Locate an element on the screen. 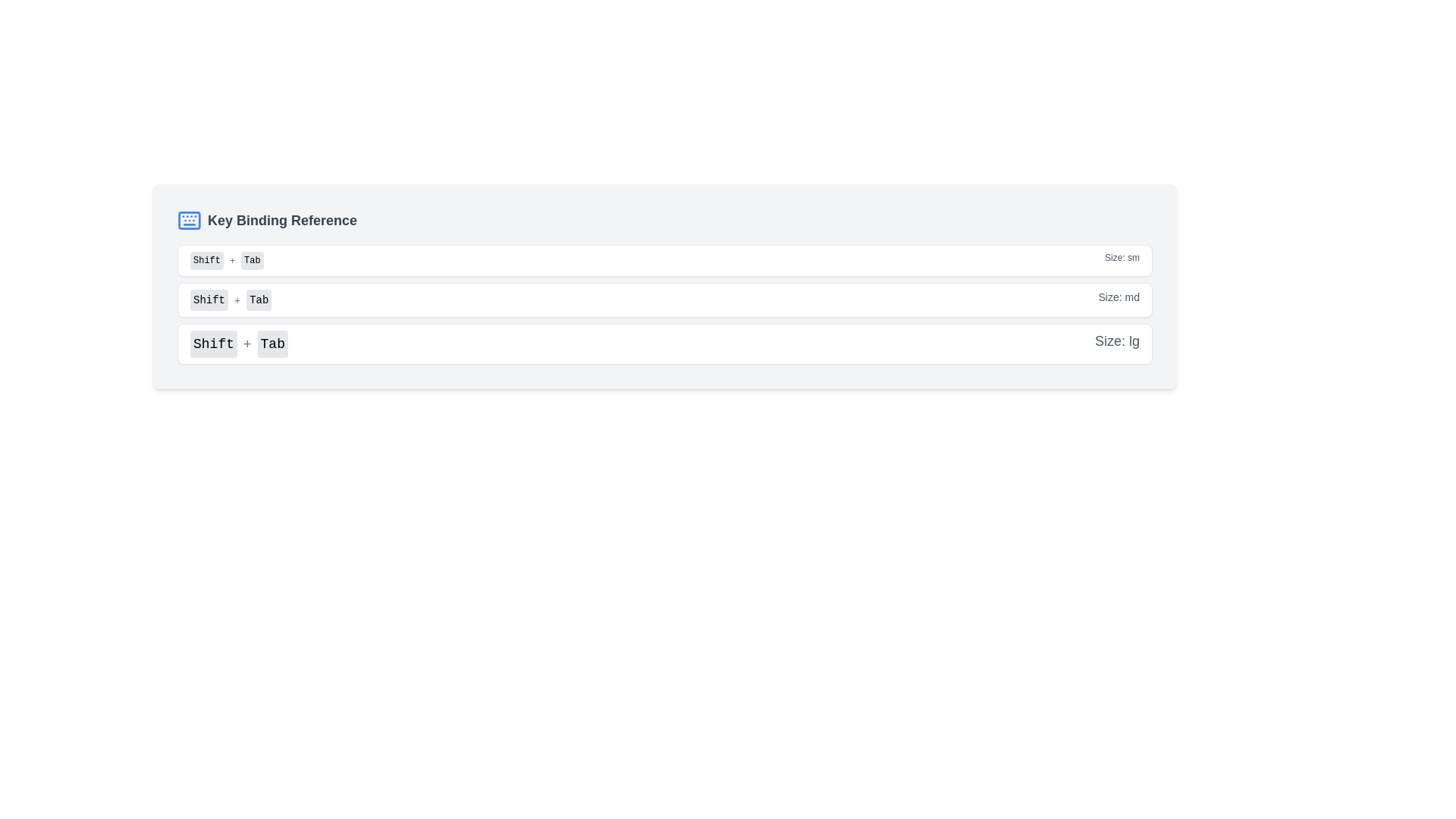 Image resolution: width=1456 pixels, height=819 pixels. the non-interactive text label that indicates the size setting, located on the right end of the third row in a vertical list, adjacent to the 'Shift+Tab' label is located at coordinates (1117, 344).